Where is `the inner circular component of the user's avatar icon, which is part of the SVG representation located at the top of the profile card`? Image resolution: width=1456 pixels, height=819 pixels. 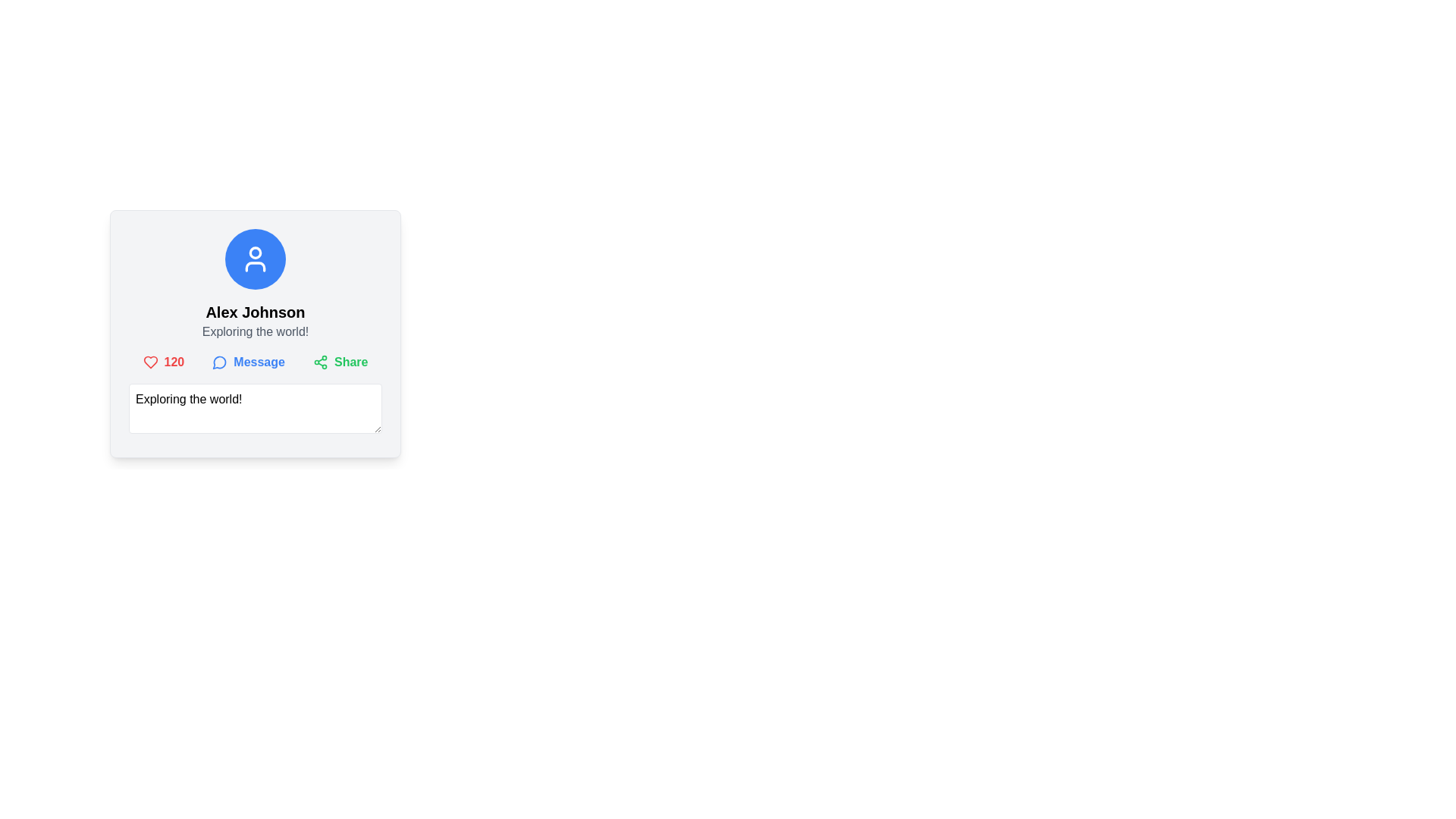
the inner circular component of the user's avatar icon, which is part of the SVG representation located at the top of the profile card is located at coordinates (255, 251).